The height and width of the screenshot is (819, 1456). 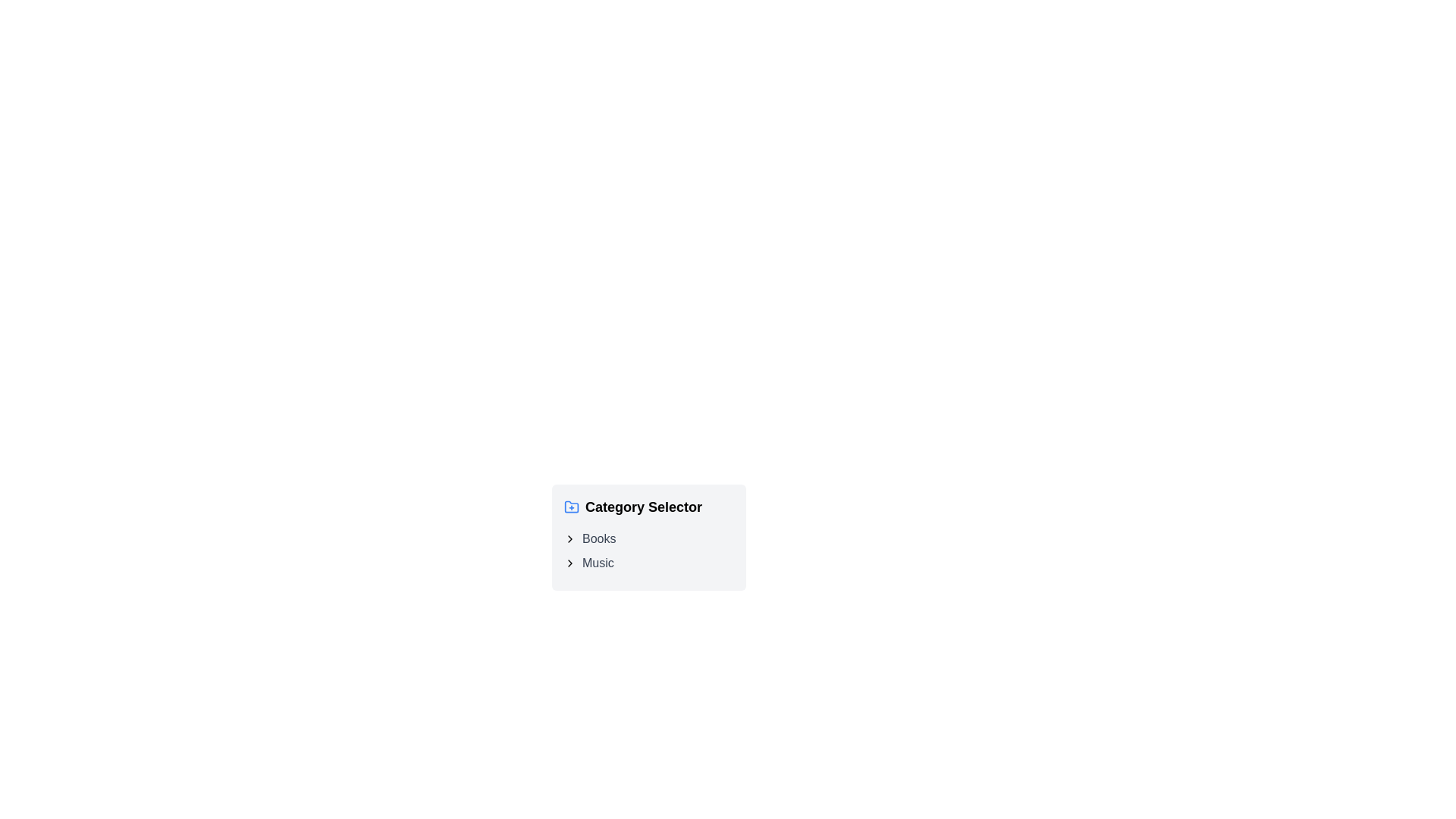 I want to click on the rightward-pointing chevron icon located to the left of the 'Music' text in the category selector, so click(x=570, y=563).